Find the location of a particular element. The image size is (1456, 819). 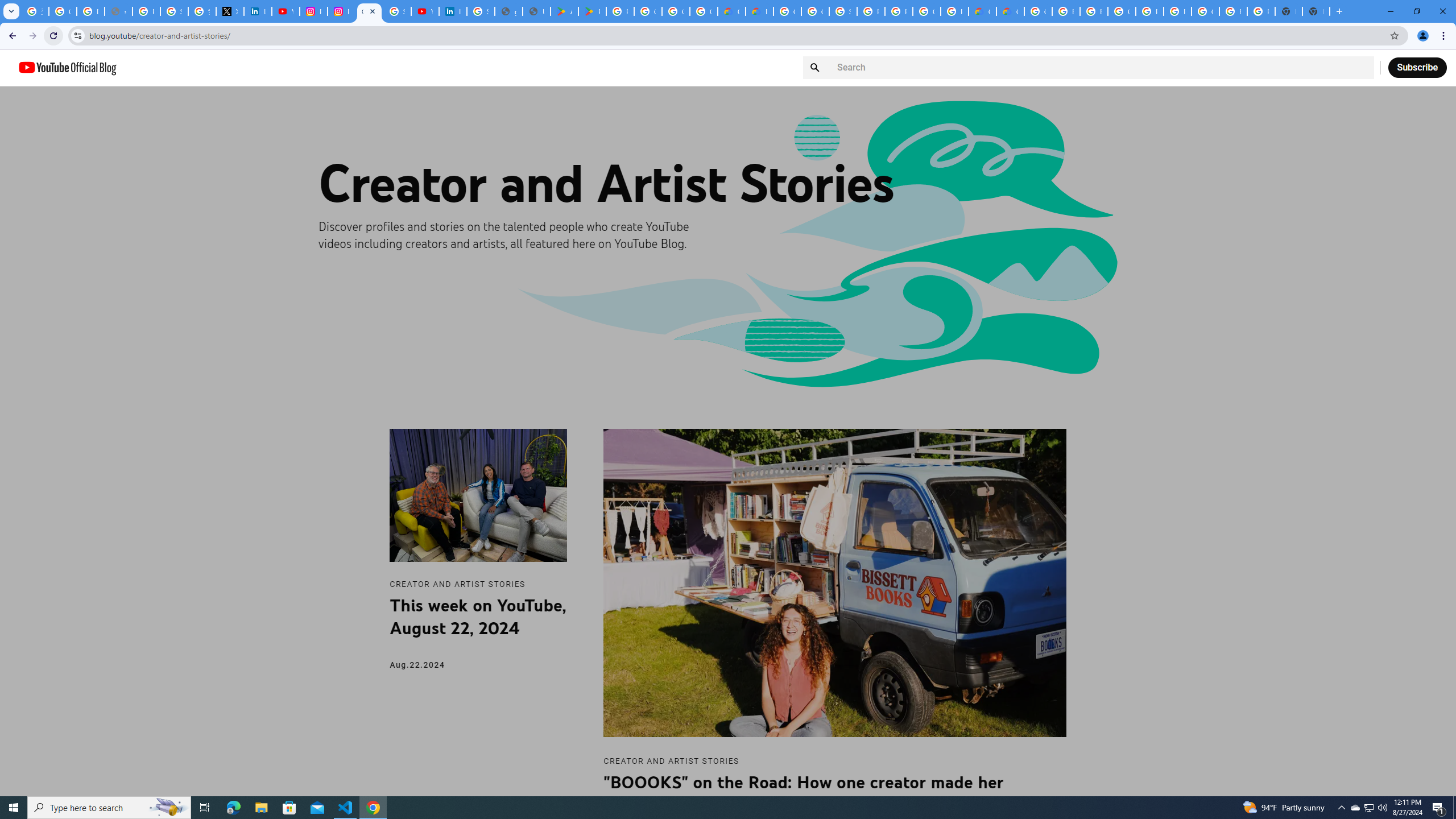

'X' is located at coordinates (229, 11).